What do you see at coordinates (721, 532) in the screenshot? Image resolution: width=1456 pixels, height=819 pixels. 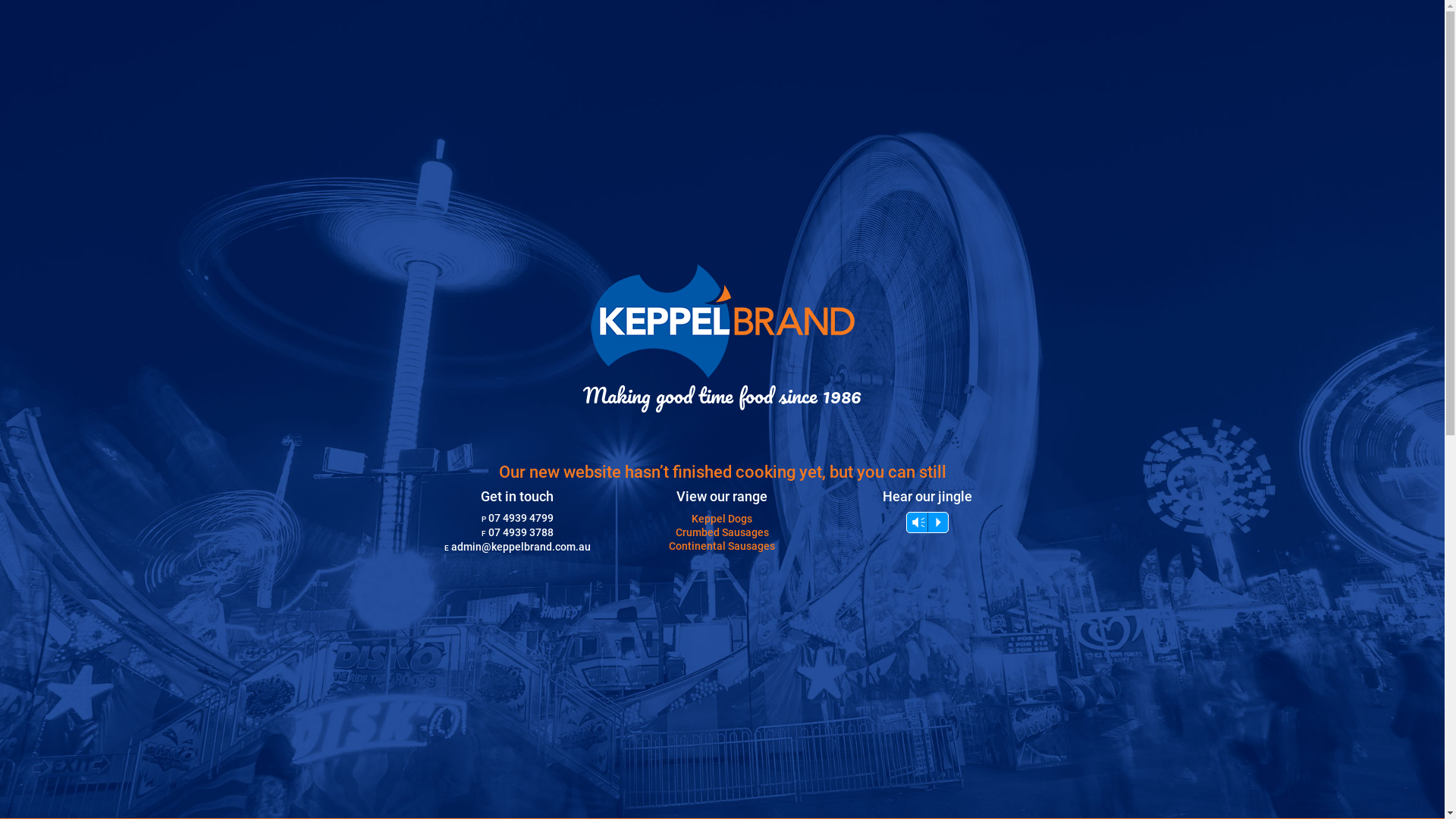 I see `'Crumbed Sausages'` at bounding box center [721, 532].